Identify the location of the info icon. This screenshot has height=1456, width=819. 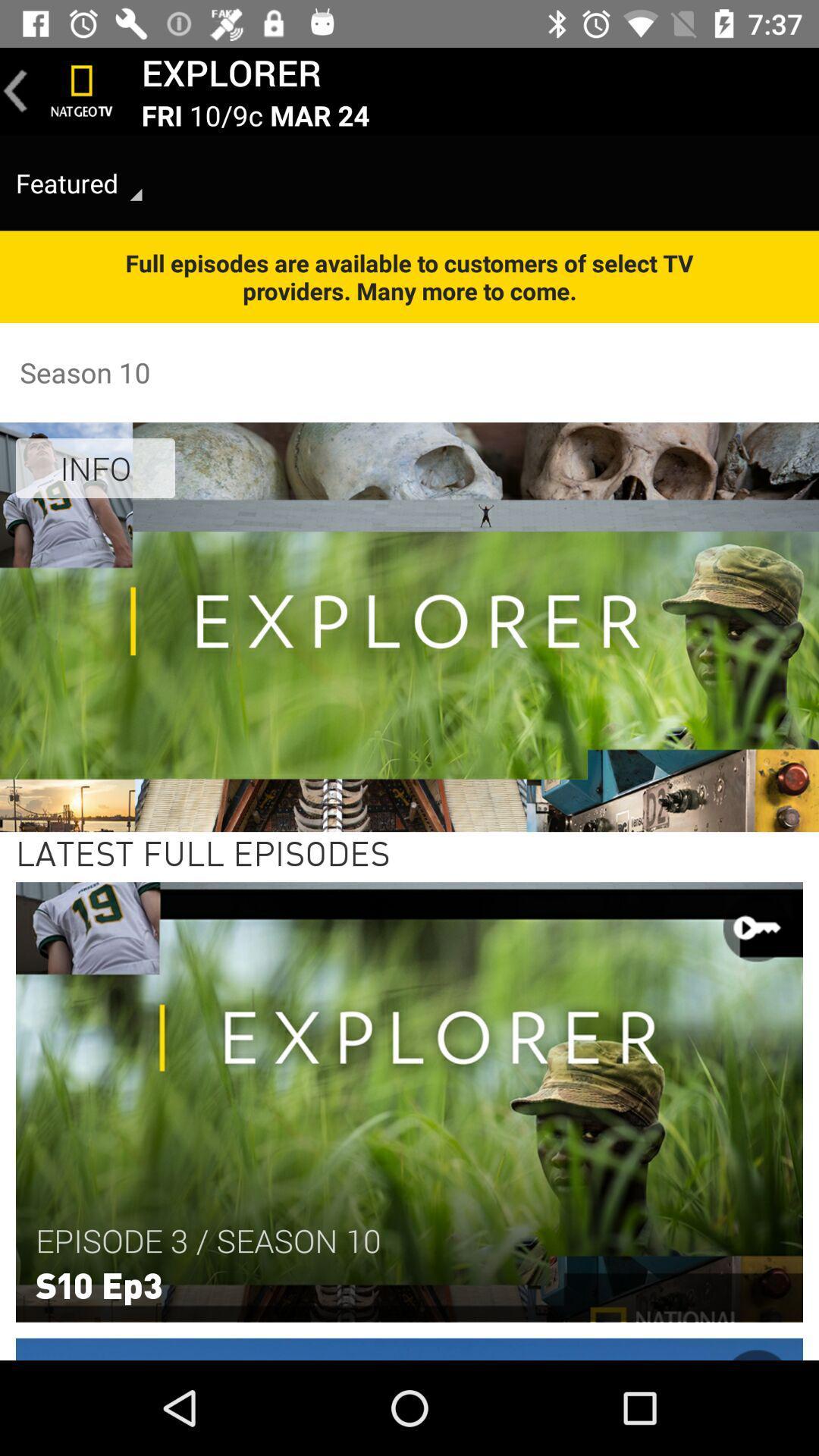
(96, 467).